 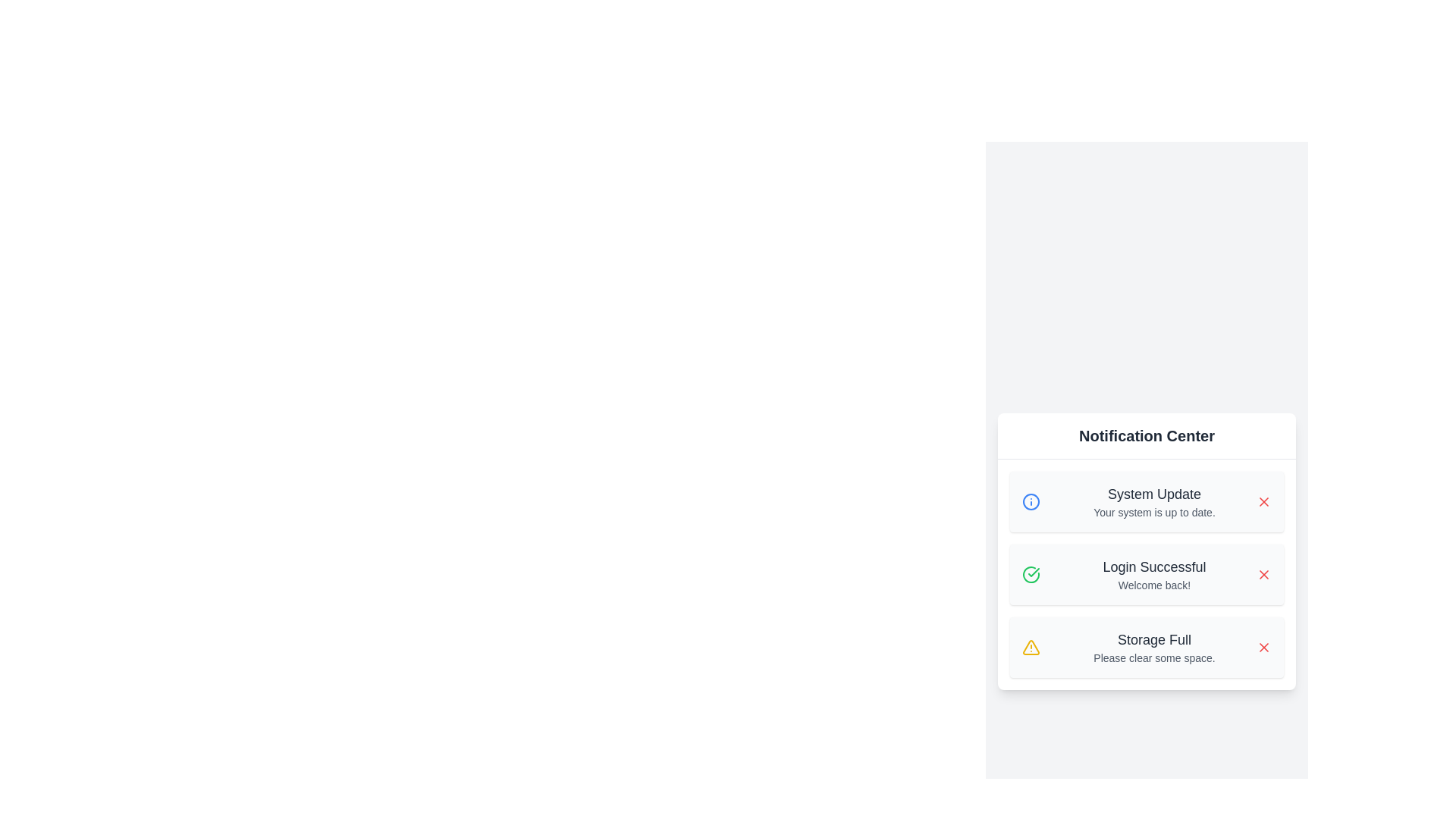 I want to click on the text label that displays 'Welcome back!' located below the 'Login Successful' heading in the Notification Center, so click(x=1153, y=584).